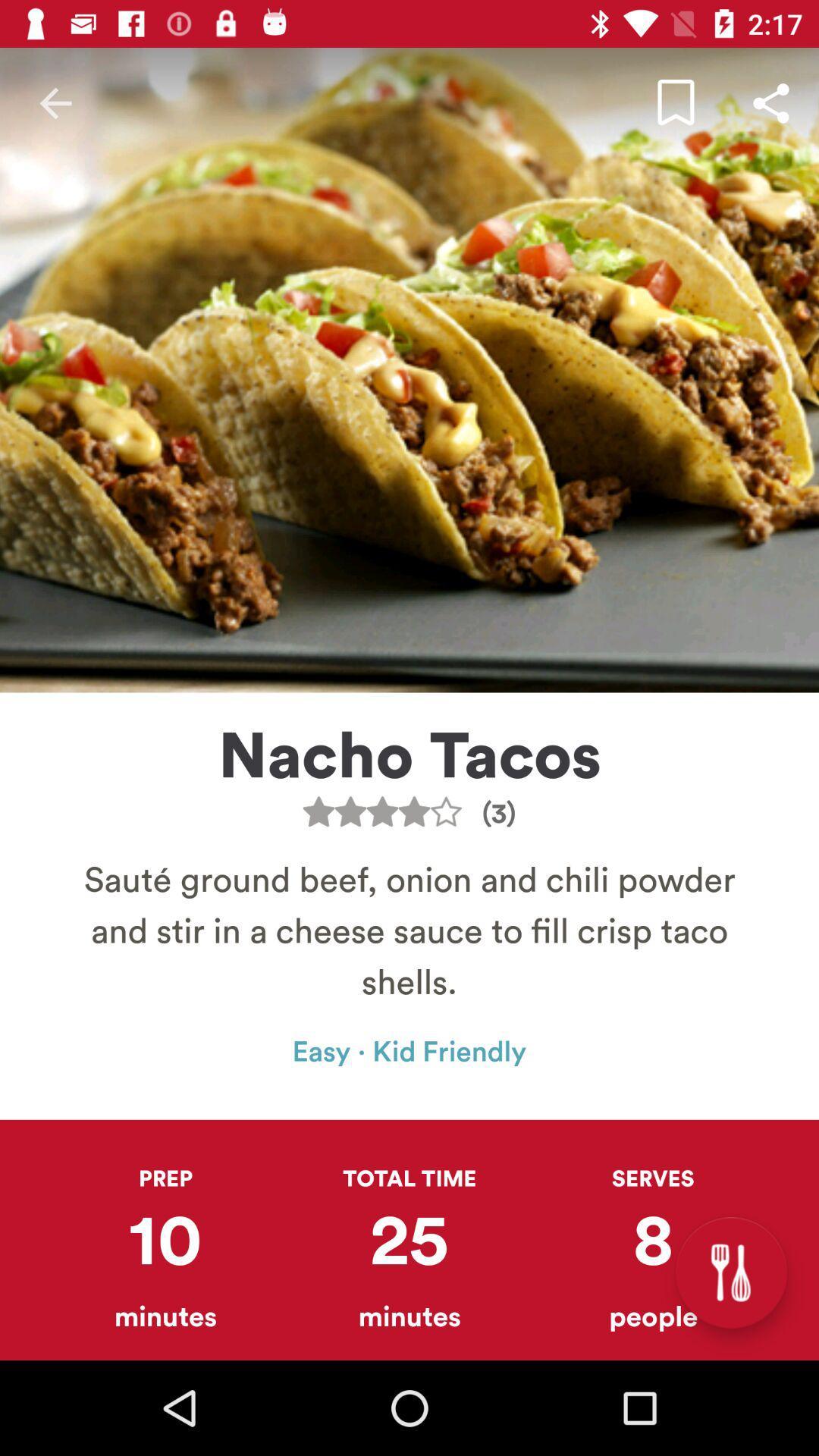 This screenshot has height=1456, width=819. I want to click on the item above the nacho tacos icon, so click(771, 102).